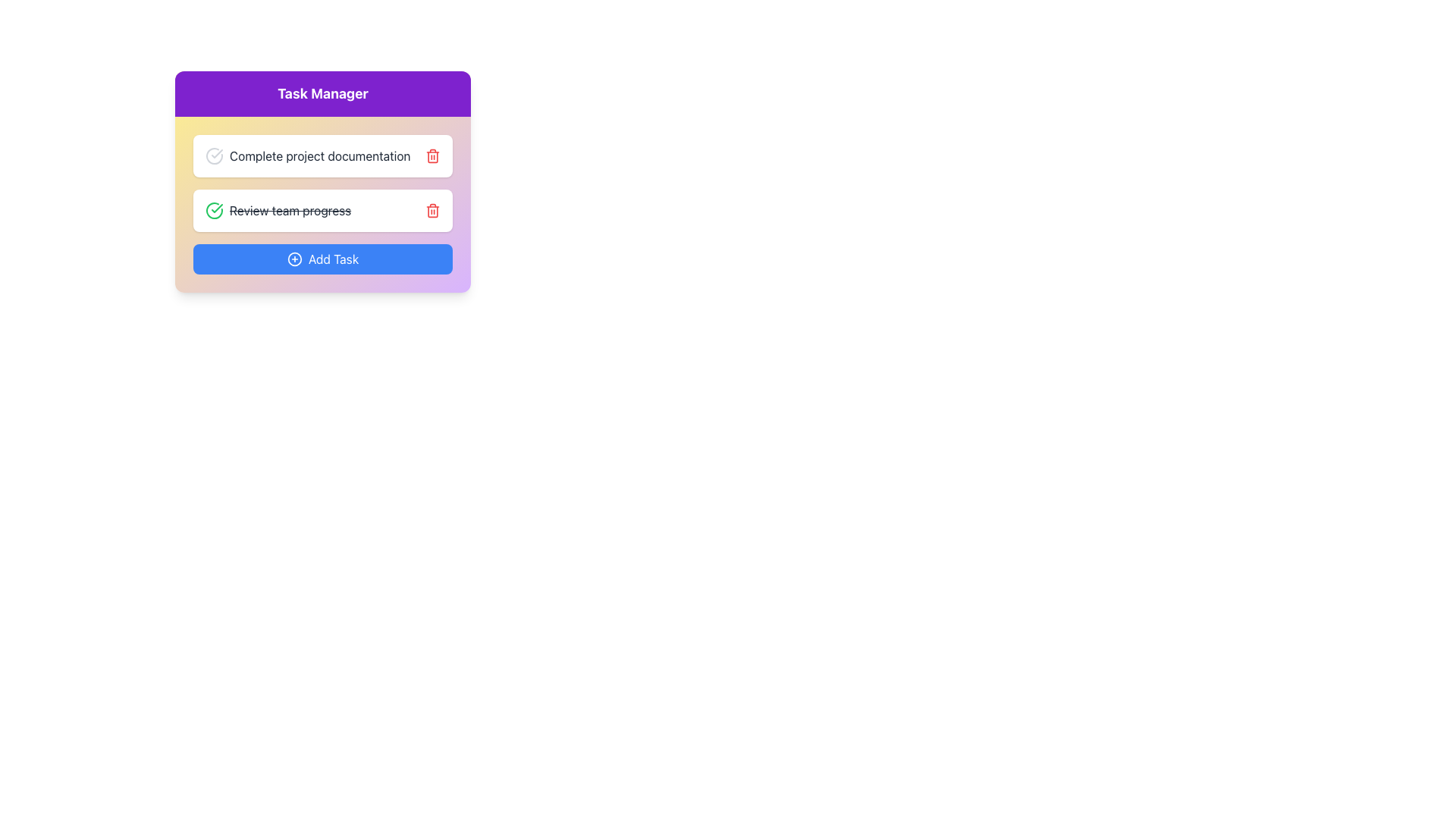  What do you see at coordinates (432, 210) in the screenshot?
I see `the deletion icon button located at the far right of the task card containing the text 'Review team progress'` at bounding box center [432, 210].